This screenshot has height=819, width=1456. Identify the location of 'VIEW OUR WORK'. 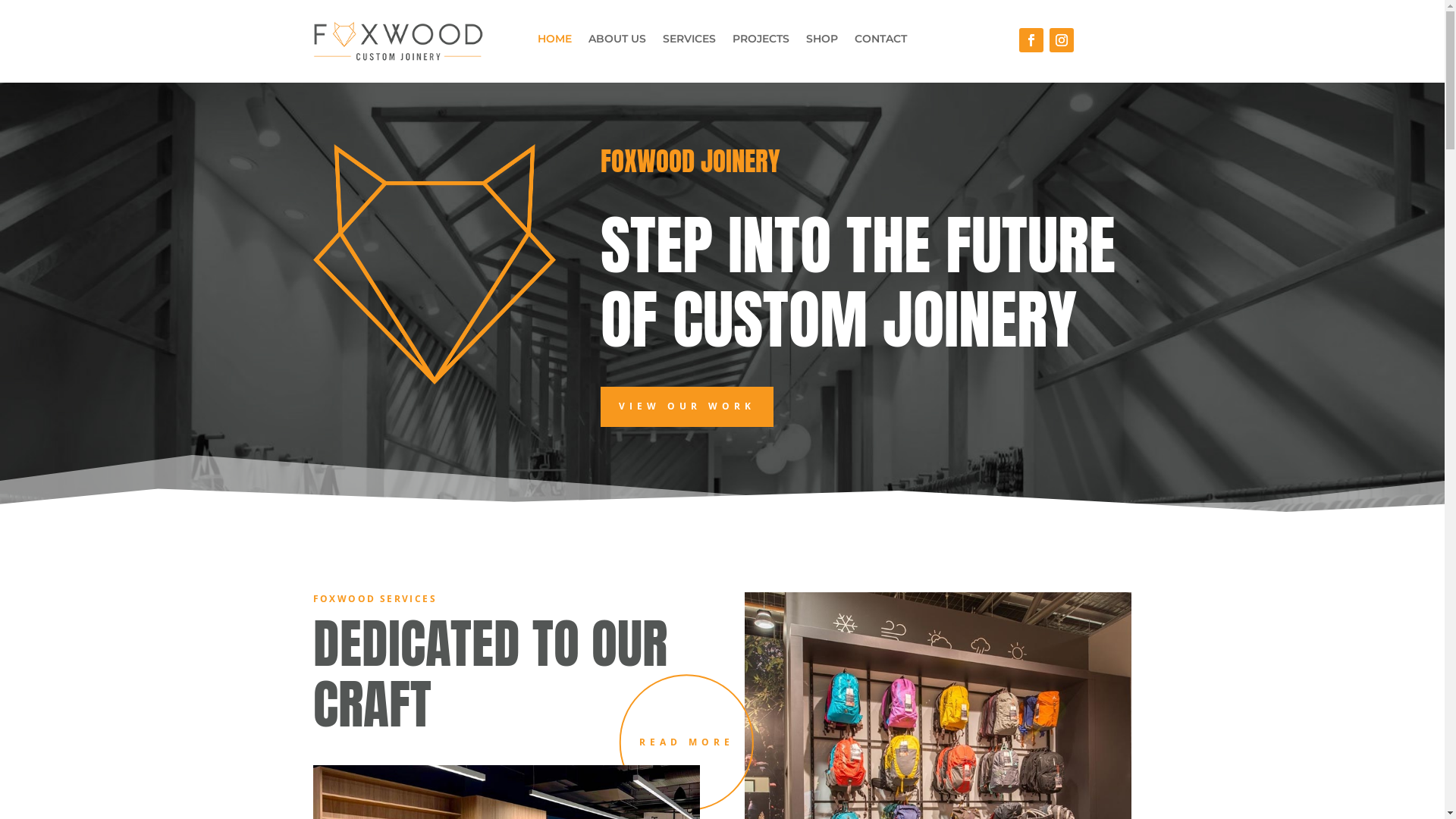
(600, 406).